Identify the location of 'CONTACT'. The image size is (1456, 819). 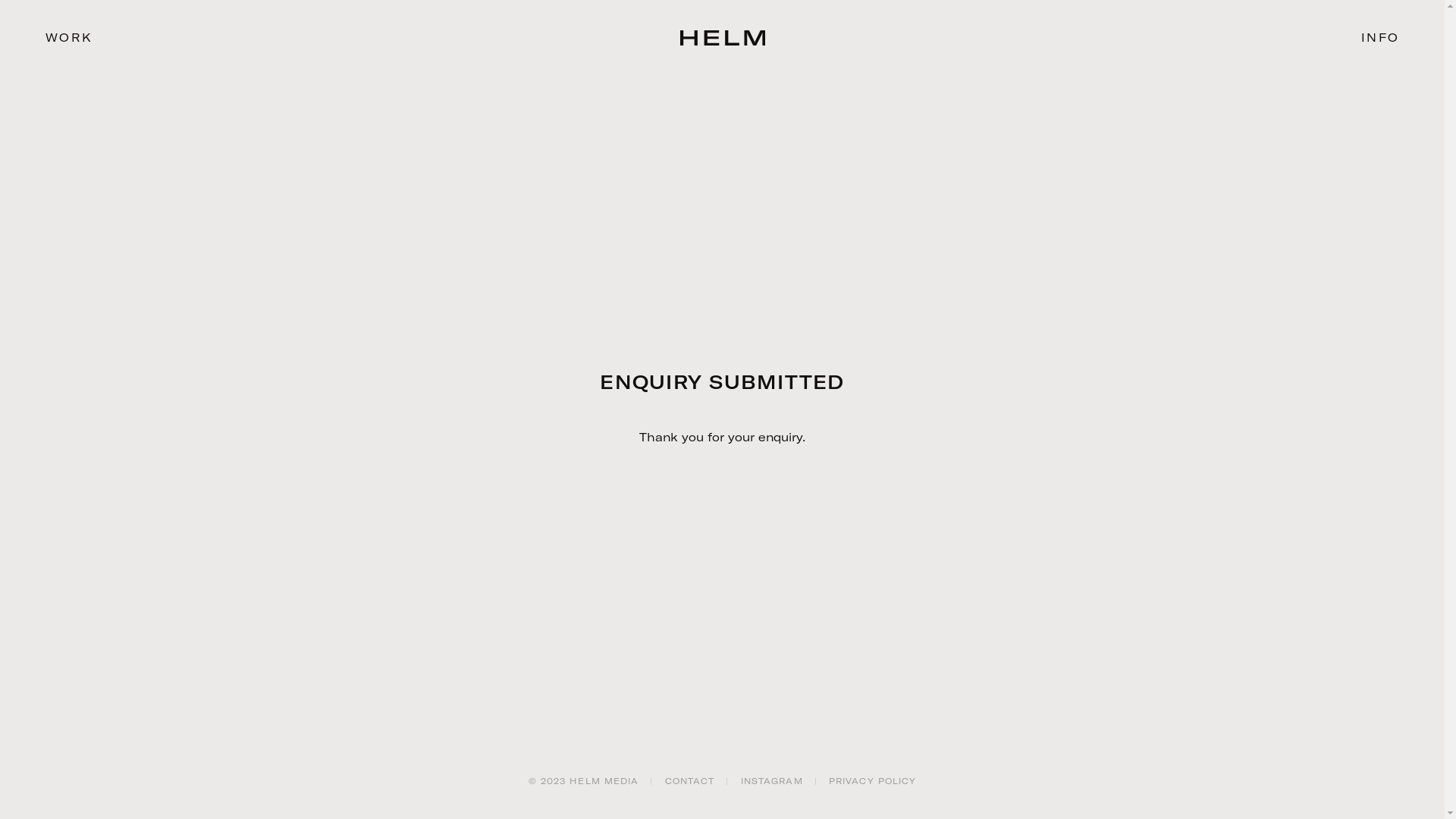
(689, 780).